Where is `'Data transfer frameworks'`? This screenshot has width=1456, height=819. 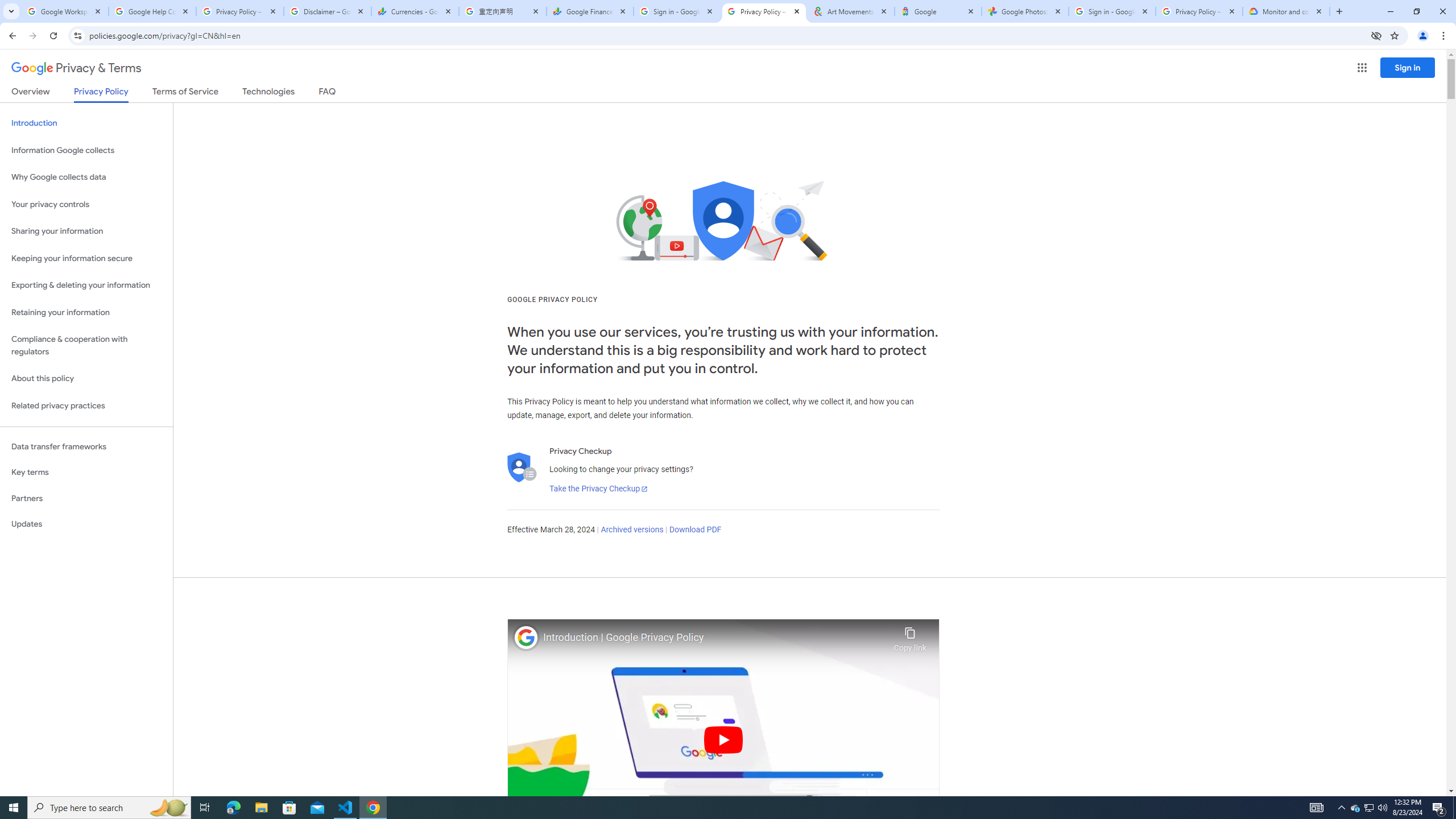
'Data transfer frameworks' is located at coordinates (86, 446).